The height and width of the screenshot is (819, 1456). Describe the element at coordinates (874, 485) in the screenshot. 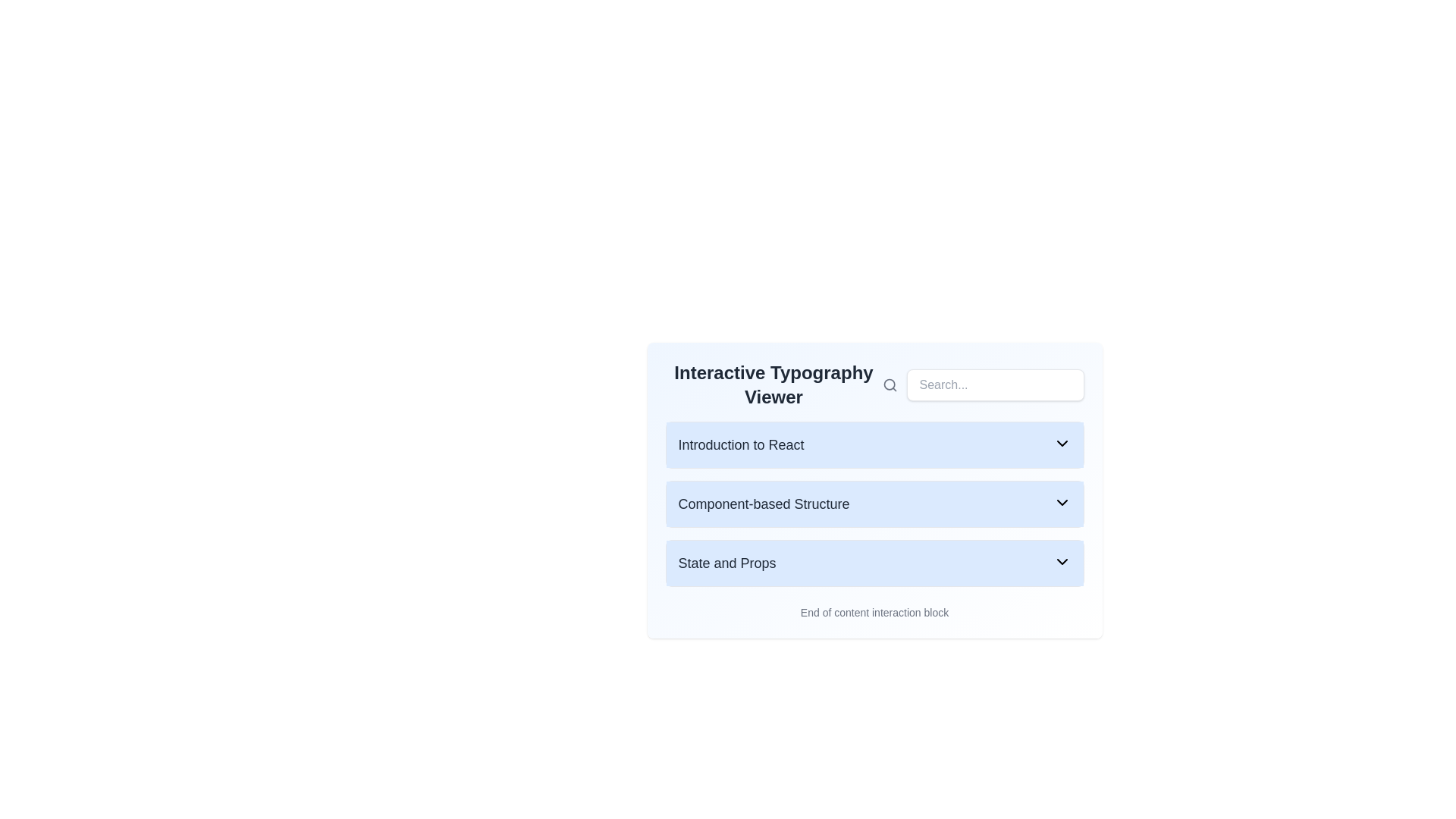

I see `the 'Component-based Structure' button in the Interactive Typography Viewer panel` at that location.